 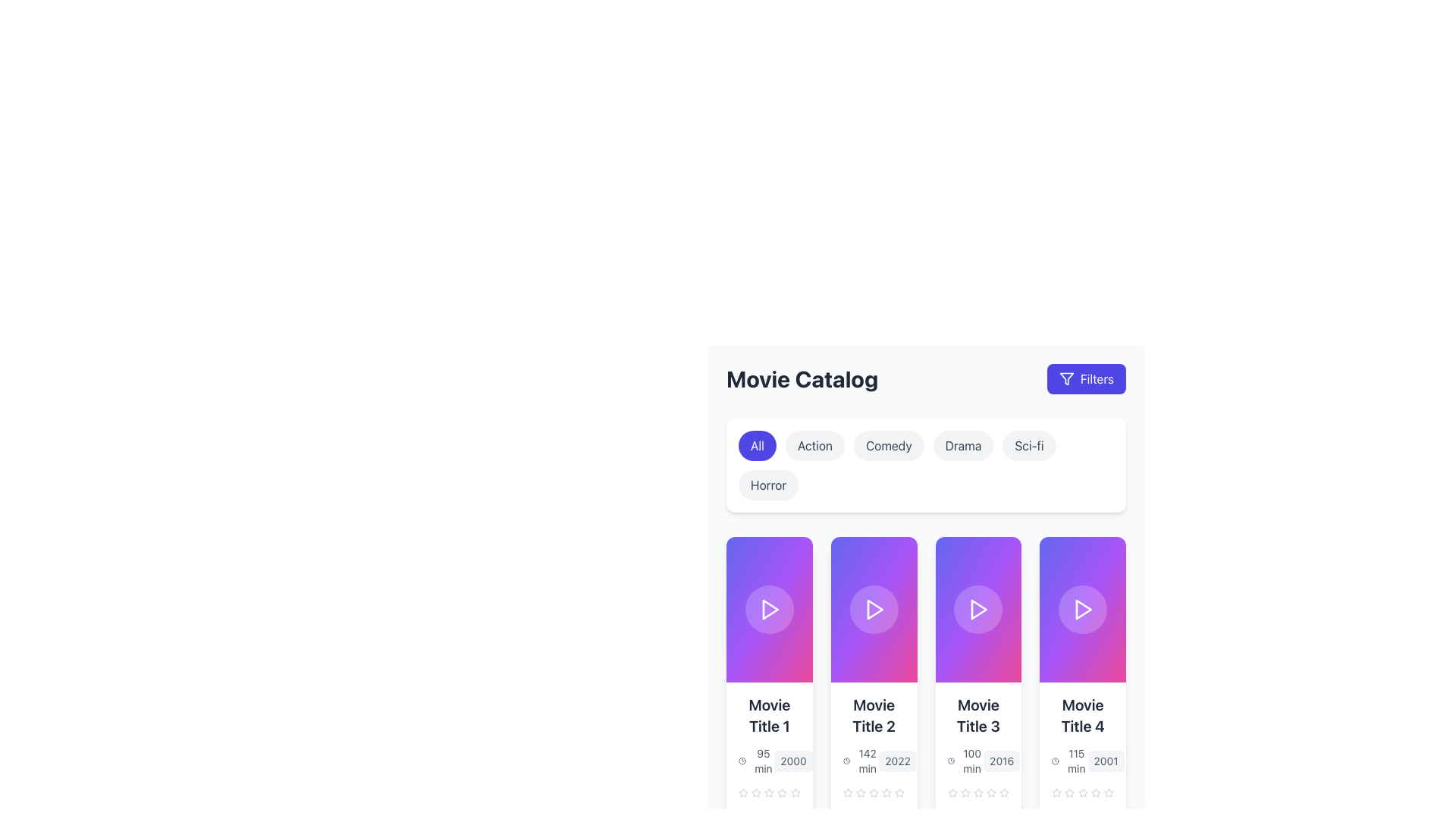 What do you see at coordinates (1082, 792) in the screenshot?
I see `the third star icon in the rating system for keyboard interactions under the Movie Title 4 card` at bounding box center [1082, 792].